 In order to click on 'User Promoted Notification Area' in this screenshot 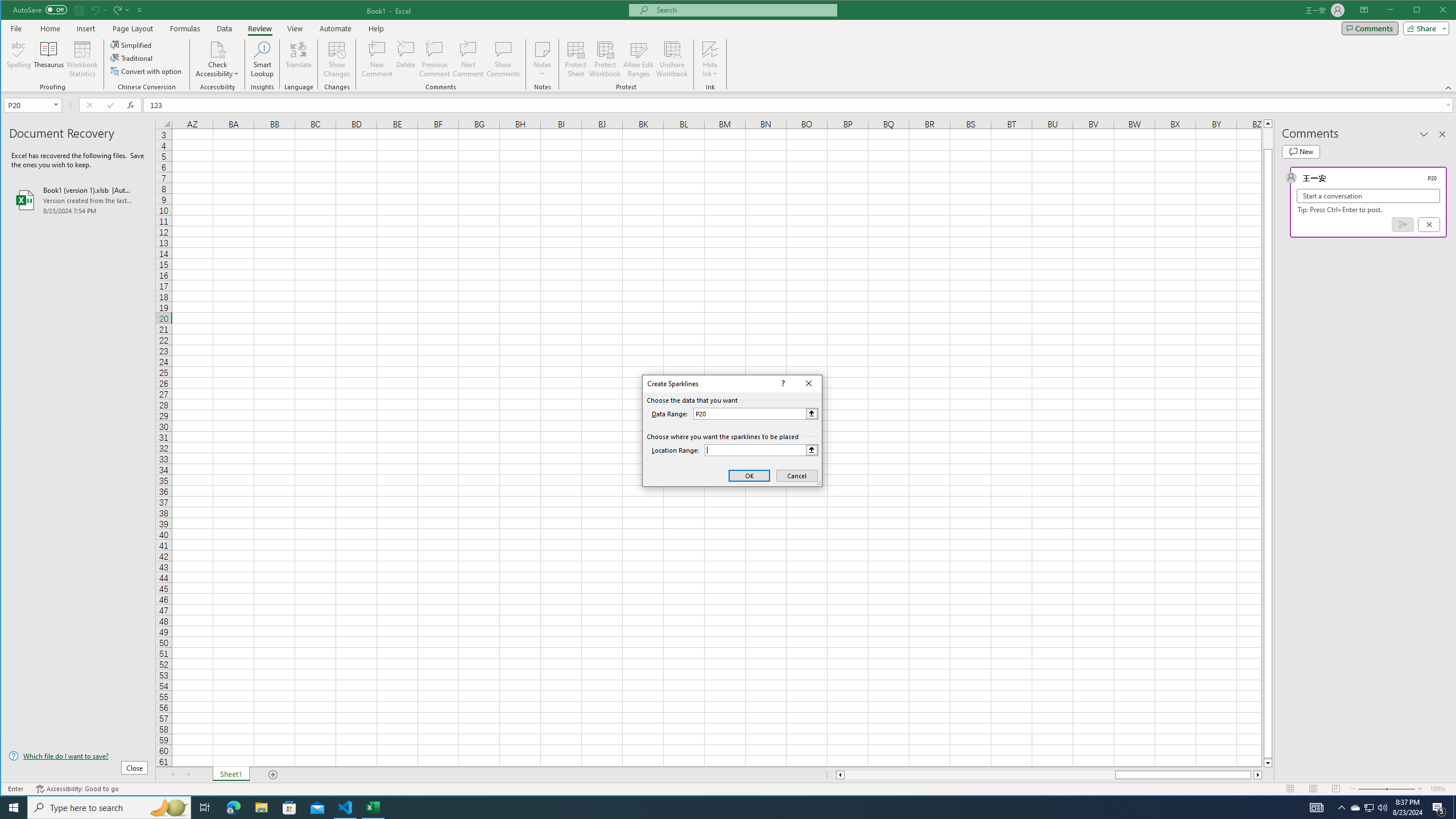, I will do `click(1368, 806)`.